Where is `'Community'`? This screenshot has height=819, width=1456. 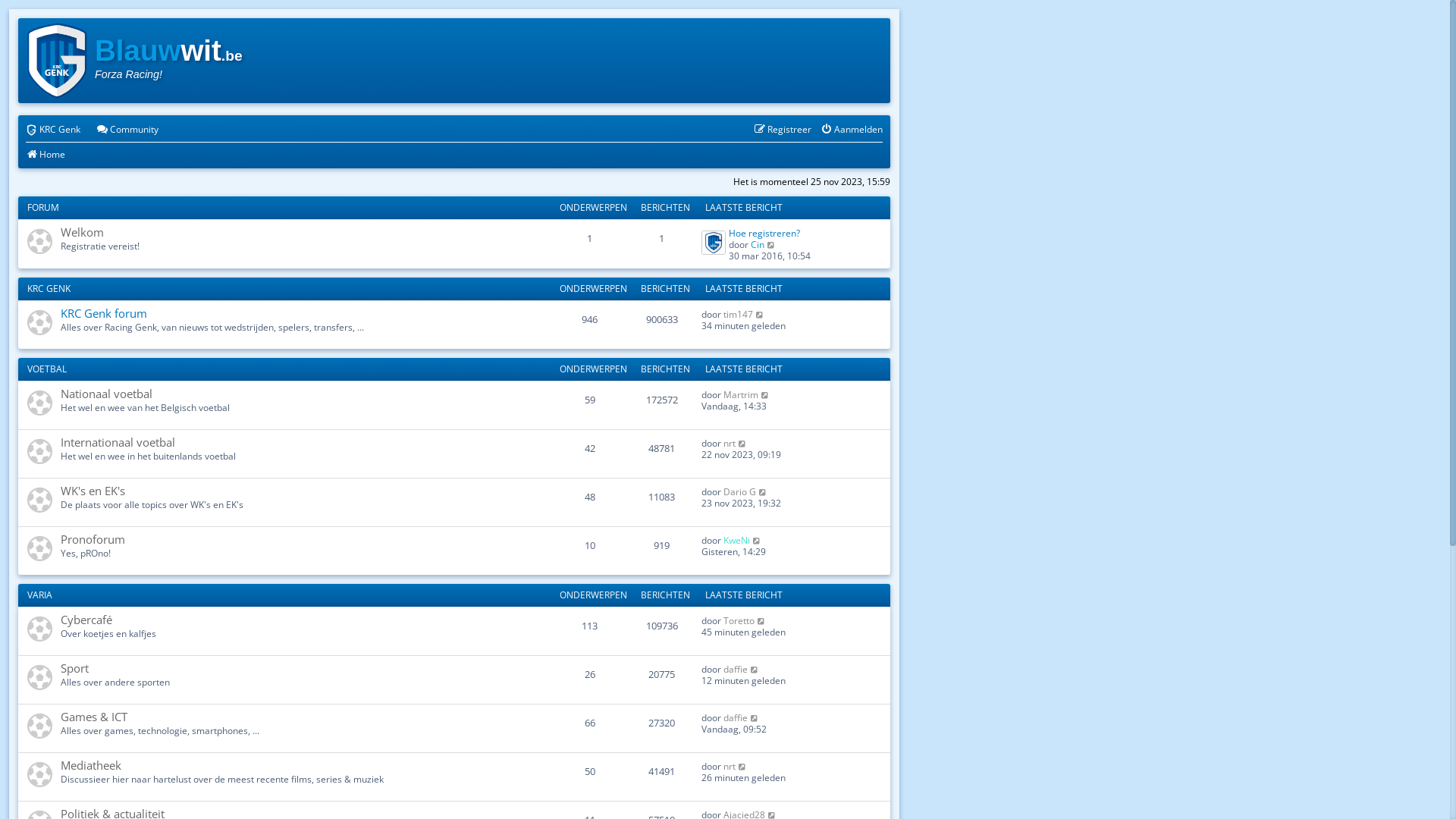
'Community' is located at coordinates (95, 129).